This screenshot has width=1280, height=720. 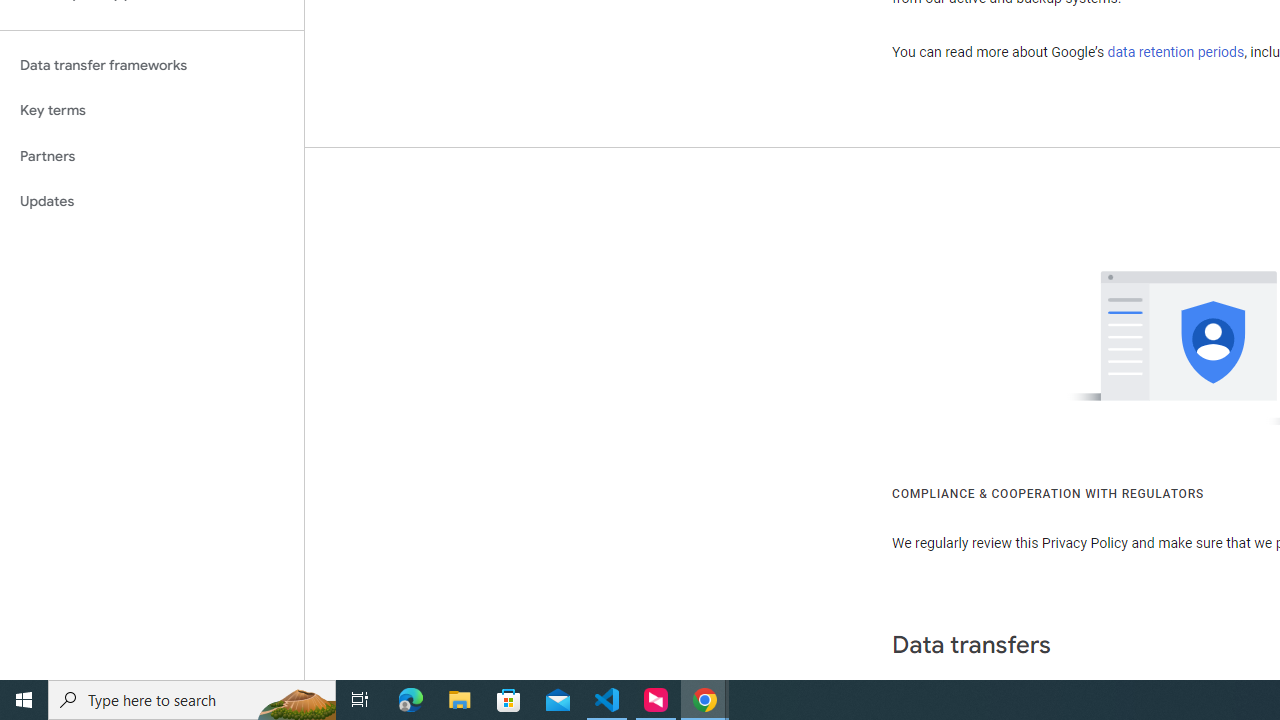 I want to click on 'data retention periods', so click(x=1176, y=51).